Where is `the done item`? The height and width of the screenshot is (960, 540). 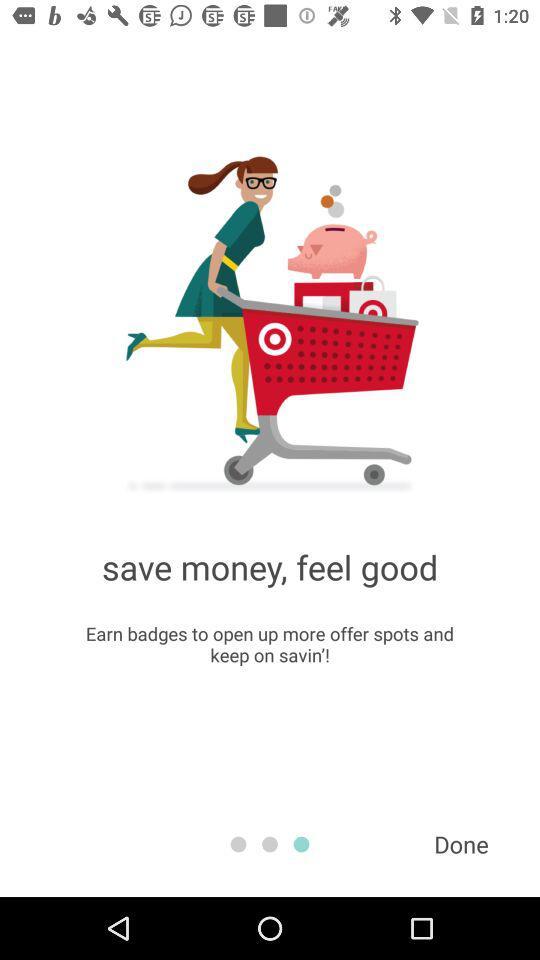 the done item is located at coordinates (461, 843).